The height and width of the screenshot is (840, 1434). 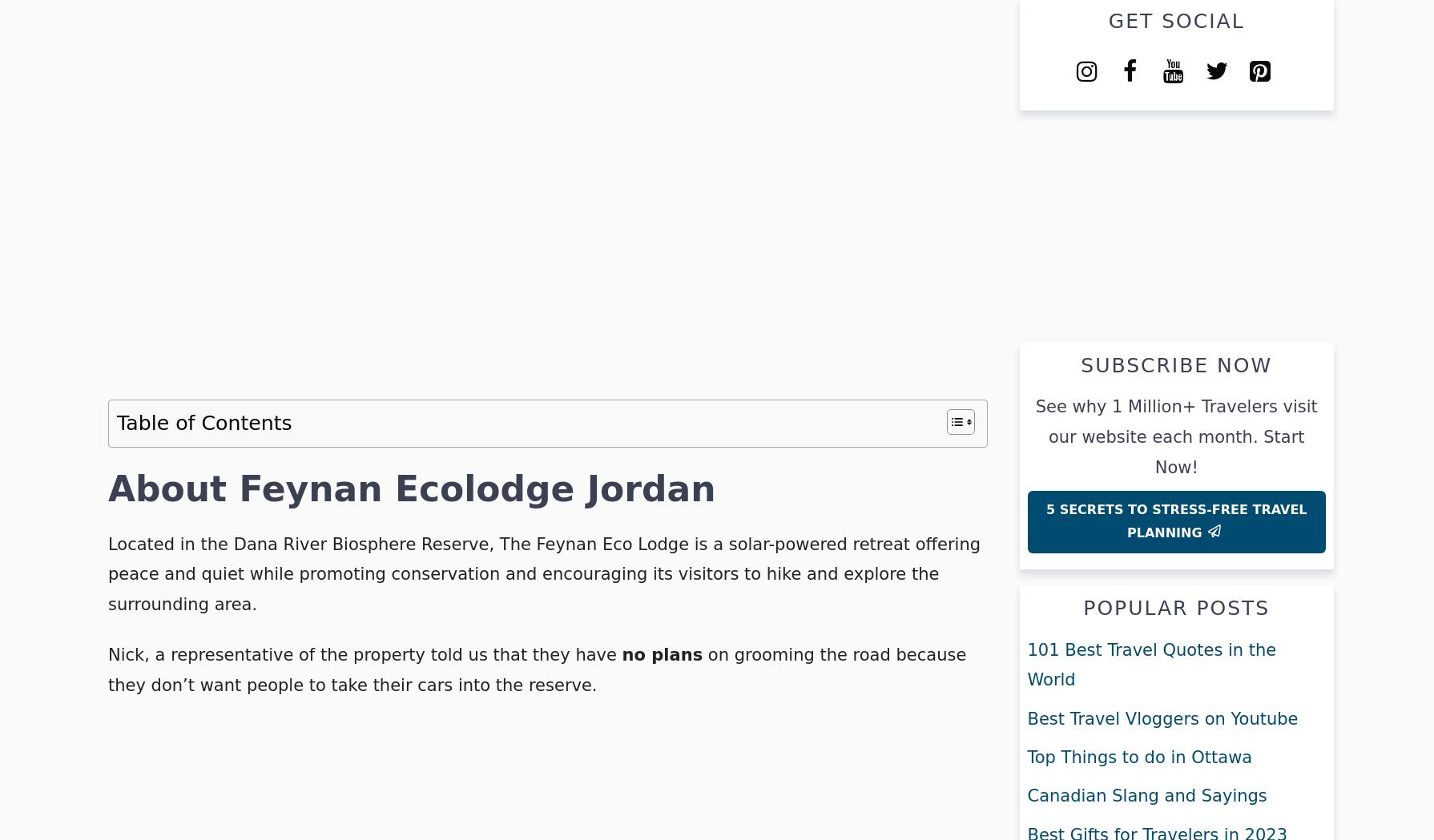 What do you see at coordinates (1175, 607) in the screenshot?
I see `'Popular Posts'` at bounding box center [1175, 607].